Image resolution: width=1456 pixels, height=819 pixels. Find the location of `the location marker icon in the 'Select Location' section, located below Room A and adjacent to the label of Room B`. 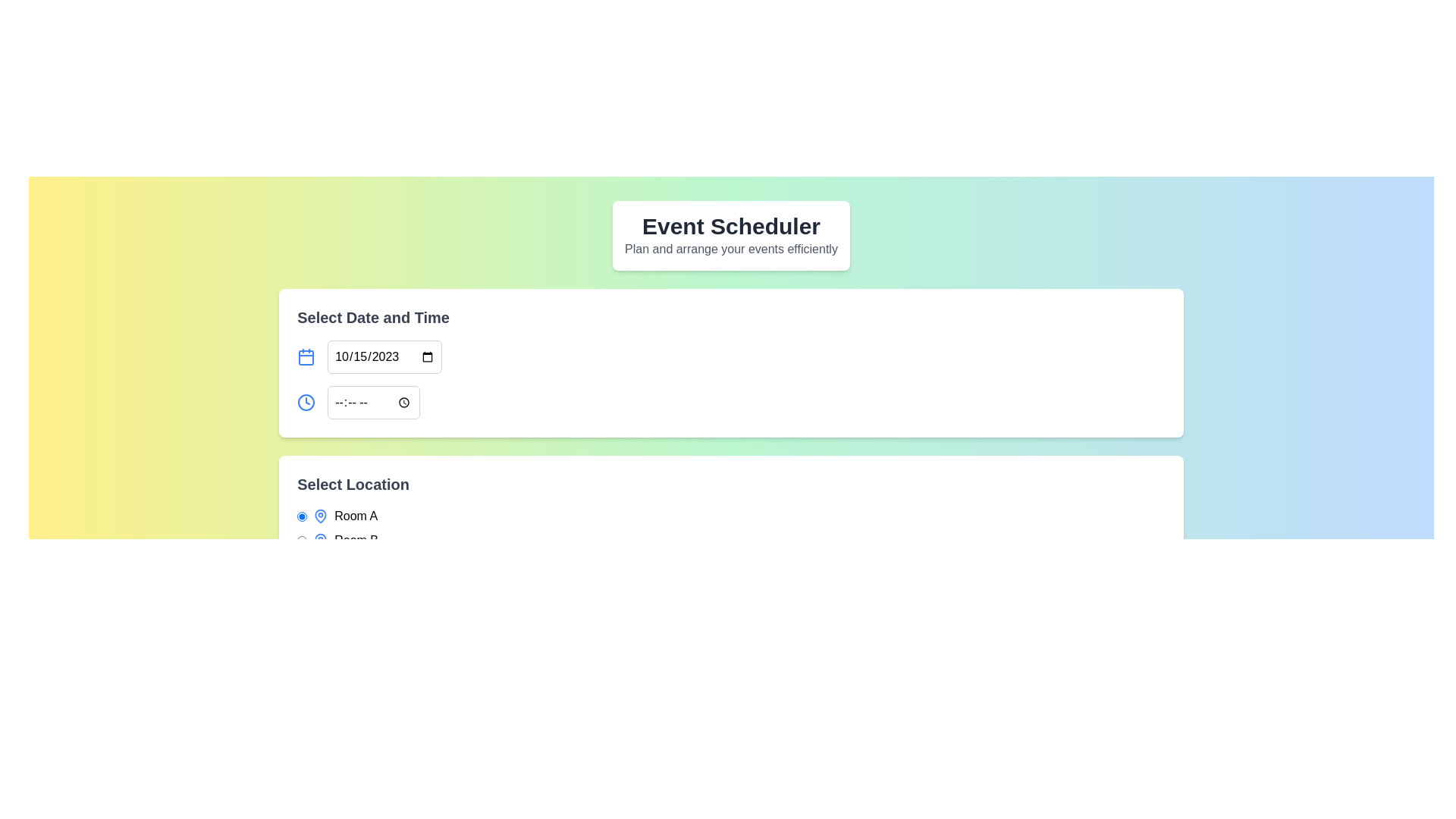

the location marker icon in the 'Select Location' section, located below Room A and adjacent to the label of Room B is located at coordinates (320, 540).